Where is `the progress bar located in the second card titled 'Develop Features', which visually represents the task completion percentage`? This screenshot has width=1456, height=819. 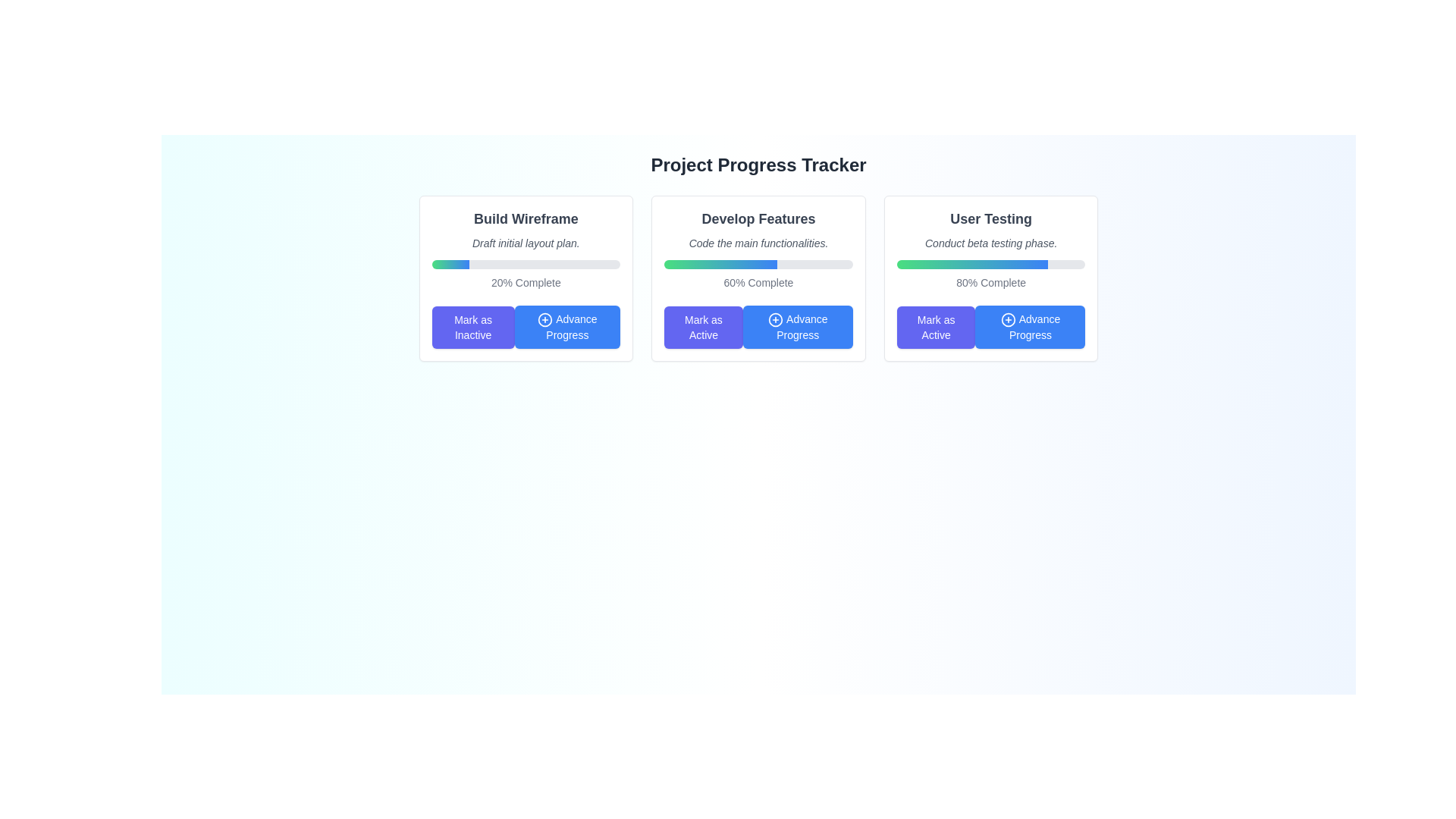
the progress bar located in the second card titled 'Develop Features', which visually represents the task completion percentage is located at coordinates (758, 263).